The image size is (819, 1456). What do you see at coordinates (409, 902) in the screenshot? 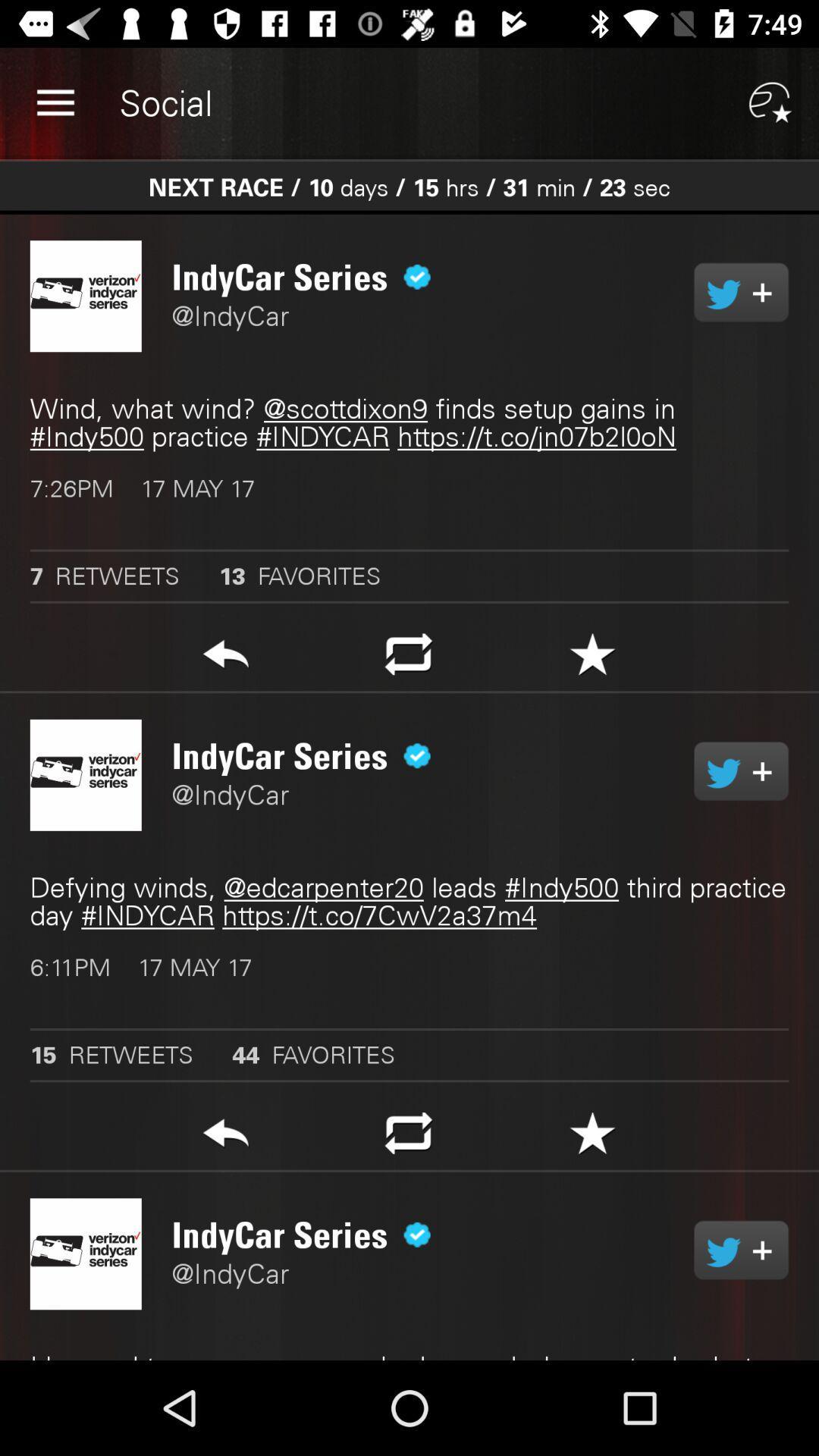
I see `icon above 6 11pm 17 item` at bounding box center [409, 902].